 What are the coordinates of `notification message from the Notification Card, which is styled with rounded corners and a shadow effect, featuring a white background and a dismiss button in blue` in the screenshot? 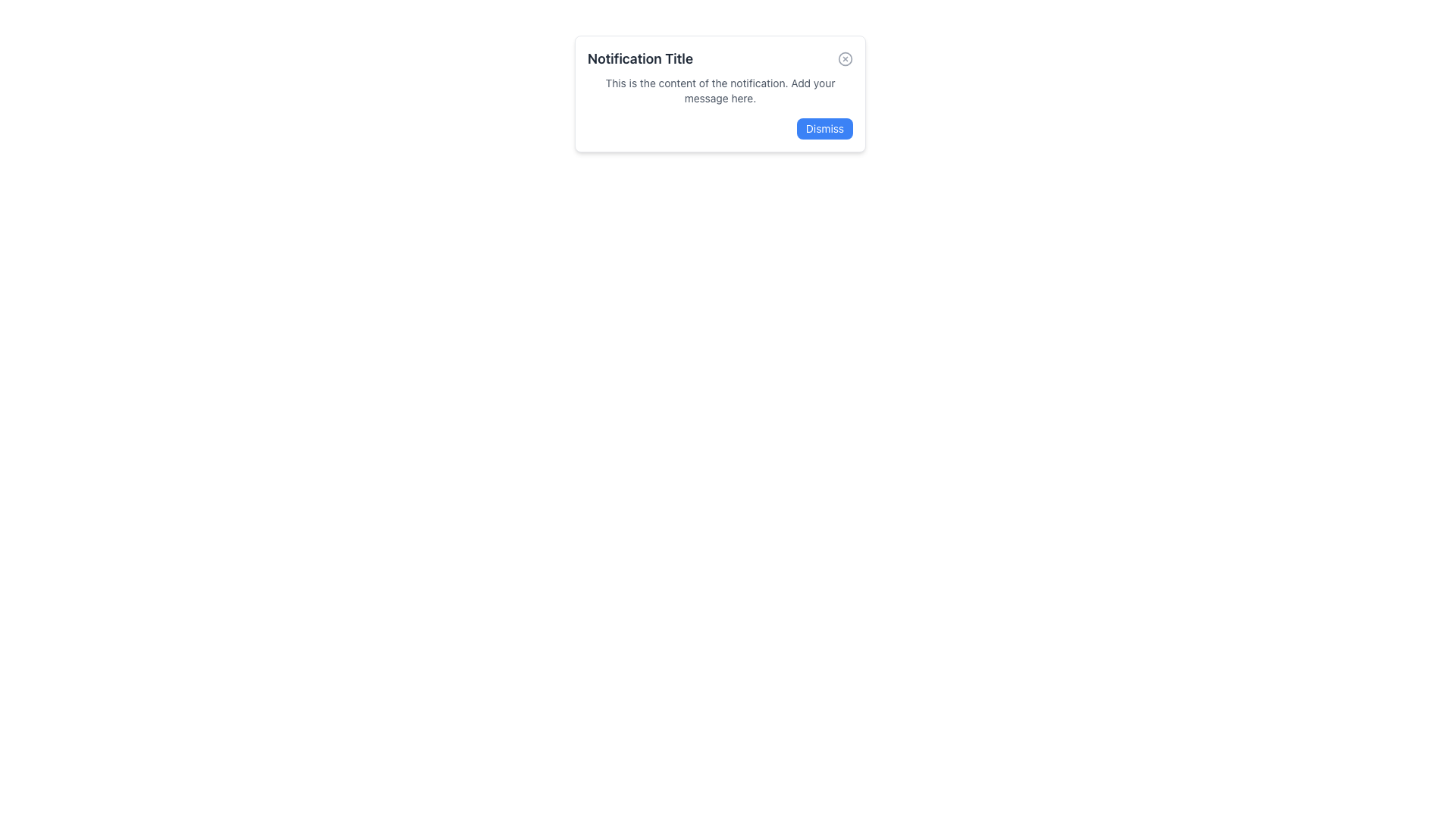 It's located at (720, 93).